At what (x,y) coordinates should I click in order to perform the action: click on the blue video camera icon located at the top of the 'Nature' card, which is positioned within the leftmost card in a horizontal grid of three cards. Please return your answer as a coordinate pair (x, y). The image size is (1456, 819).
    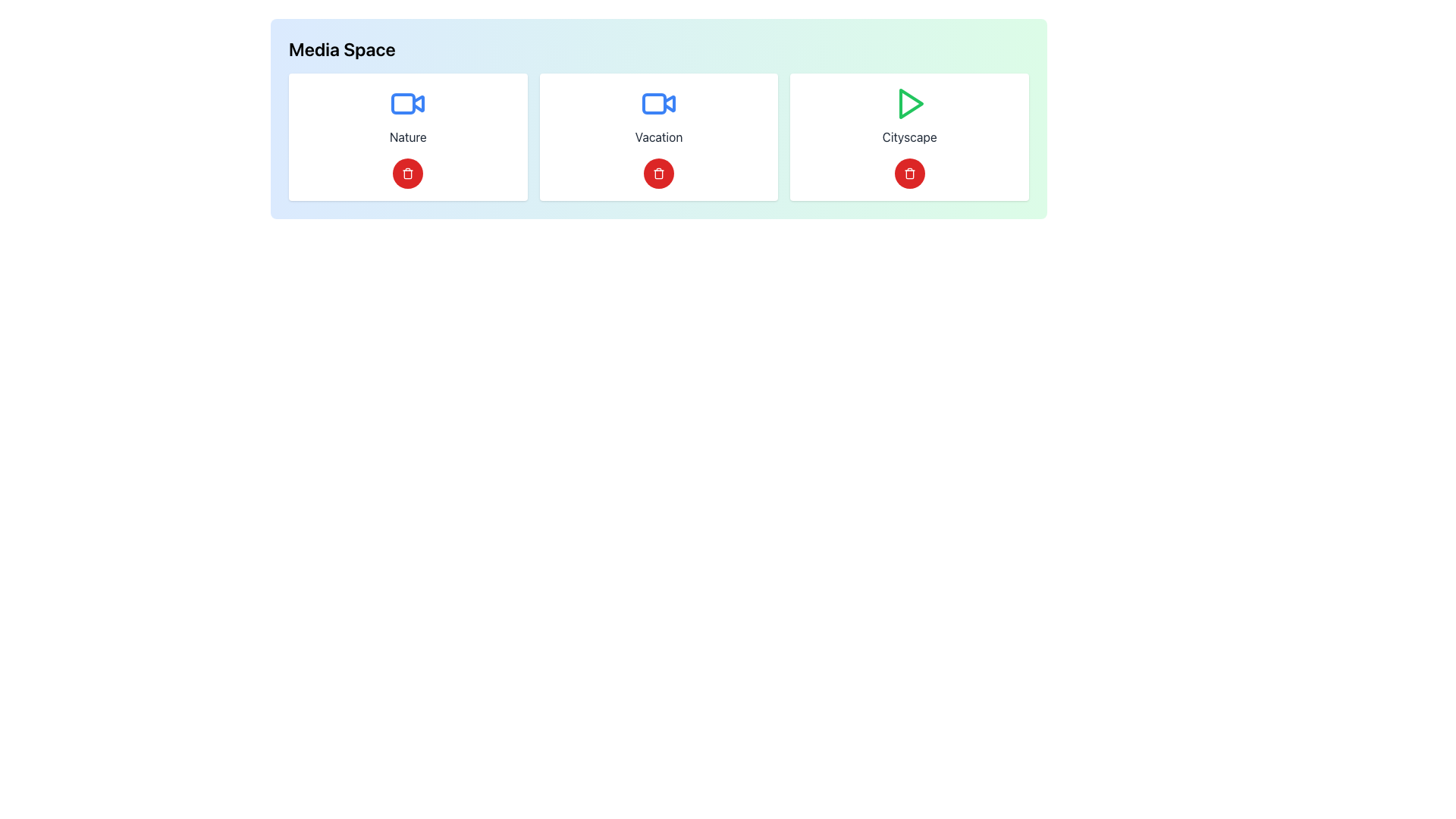
    Looking at the image, I should click on (408, 103).